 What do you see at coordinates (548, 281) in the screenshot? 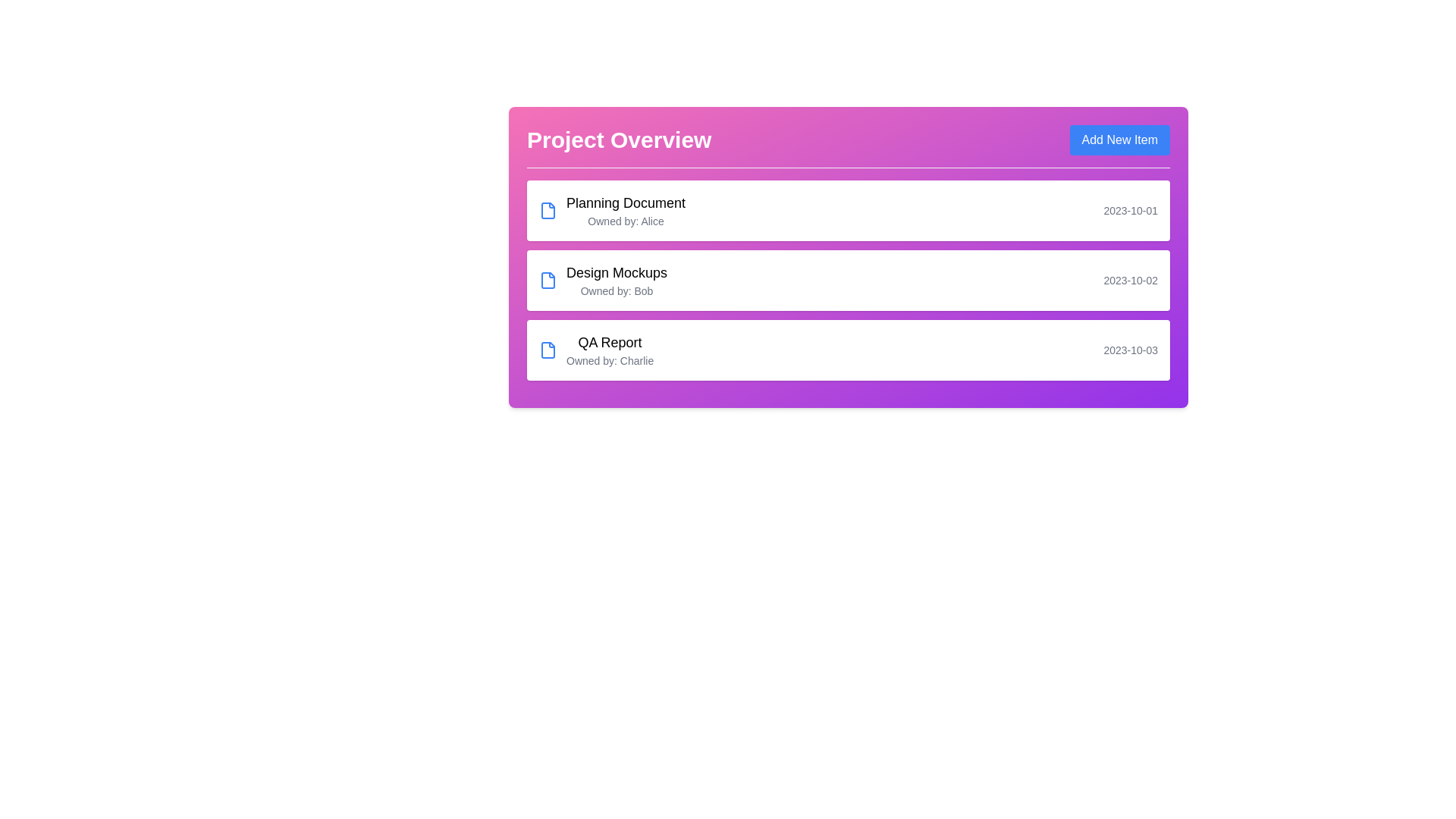
I see `the blue document icon with a folded corner located to the left of the text 'Design Mockups' in the 'Project Overview' card` at bounding box center [548, 281].